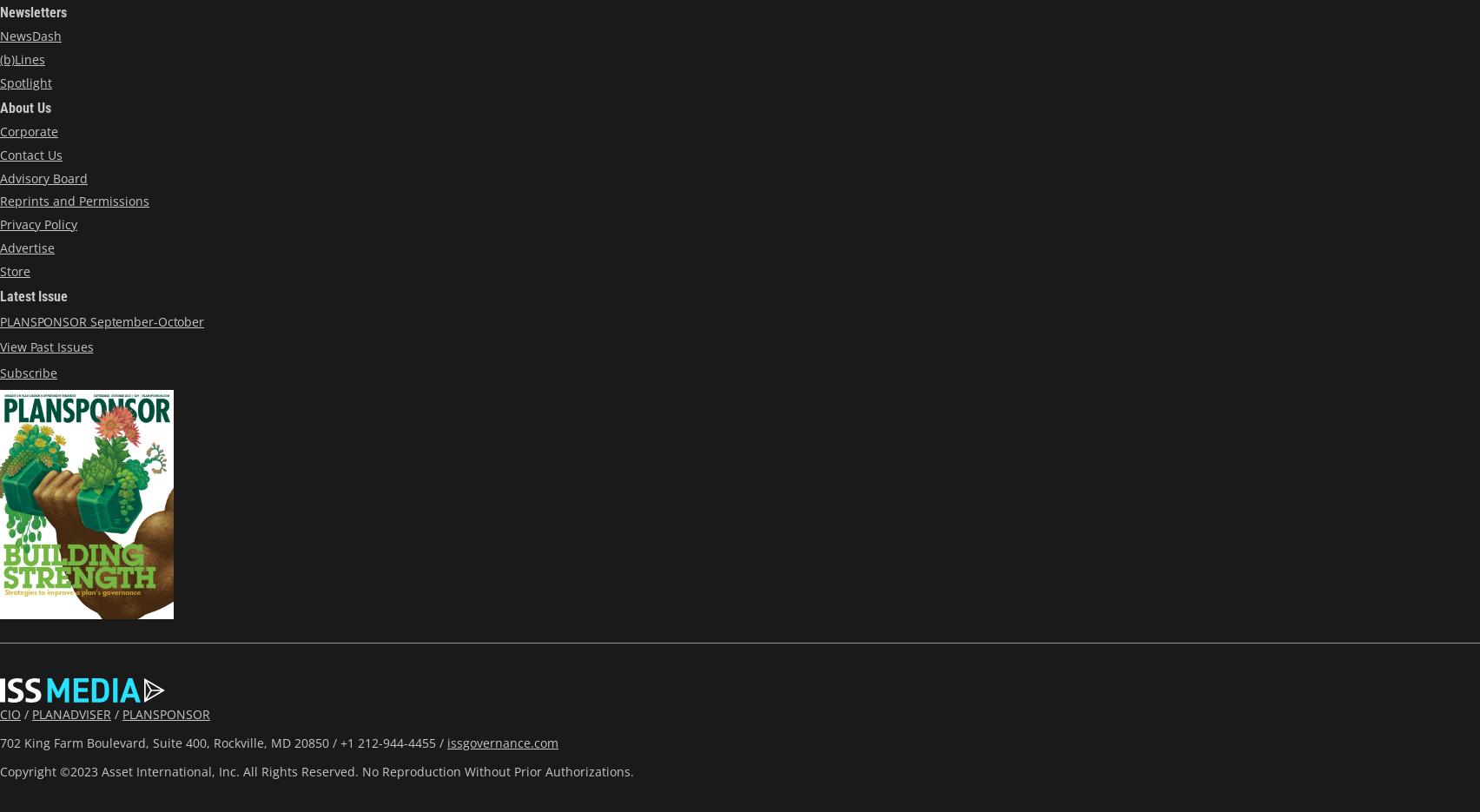 This screenshot has width=1480, height=812. I want to click on 'Contact Us', so click(30, 153).